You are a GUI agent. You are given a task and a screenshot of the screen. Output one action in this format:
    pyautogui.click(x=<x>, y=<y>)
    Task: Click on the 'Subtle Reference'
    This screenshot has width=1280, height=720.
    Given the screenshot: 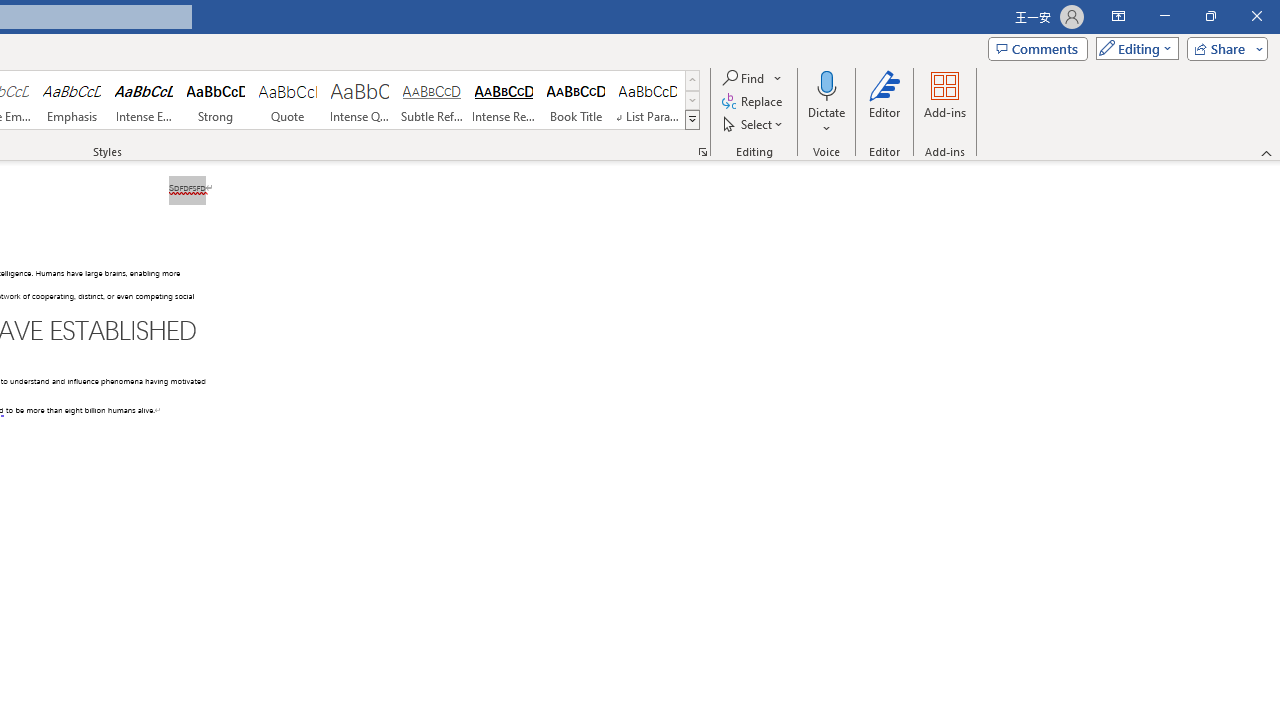 What is the action you would take?
    pyautogui.click(x=431, y=100)
    